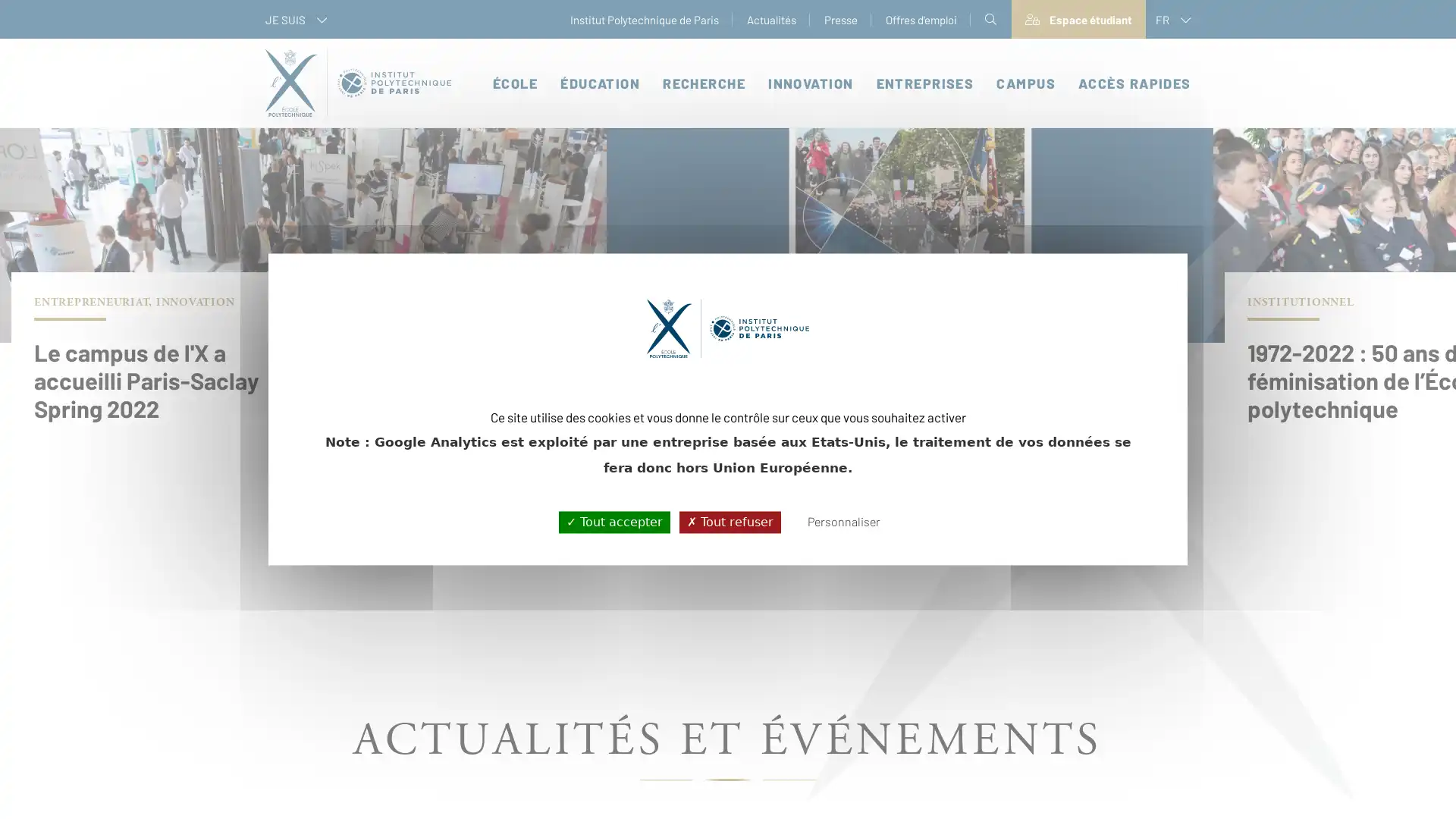 Image resolution: width=1456 pixels, height=819 pixels. What do you see at coordinates (729, 521) in the screenshot?
I see `Tout refuser` at bounding box center [729, 521].